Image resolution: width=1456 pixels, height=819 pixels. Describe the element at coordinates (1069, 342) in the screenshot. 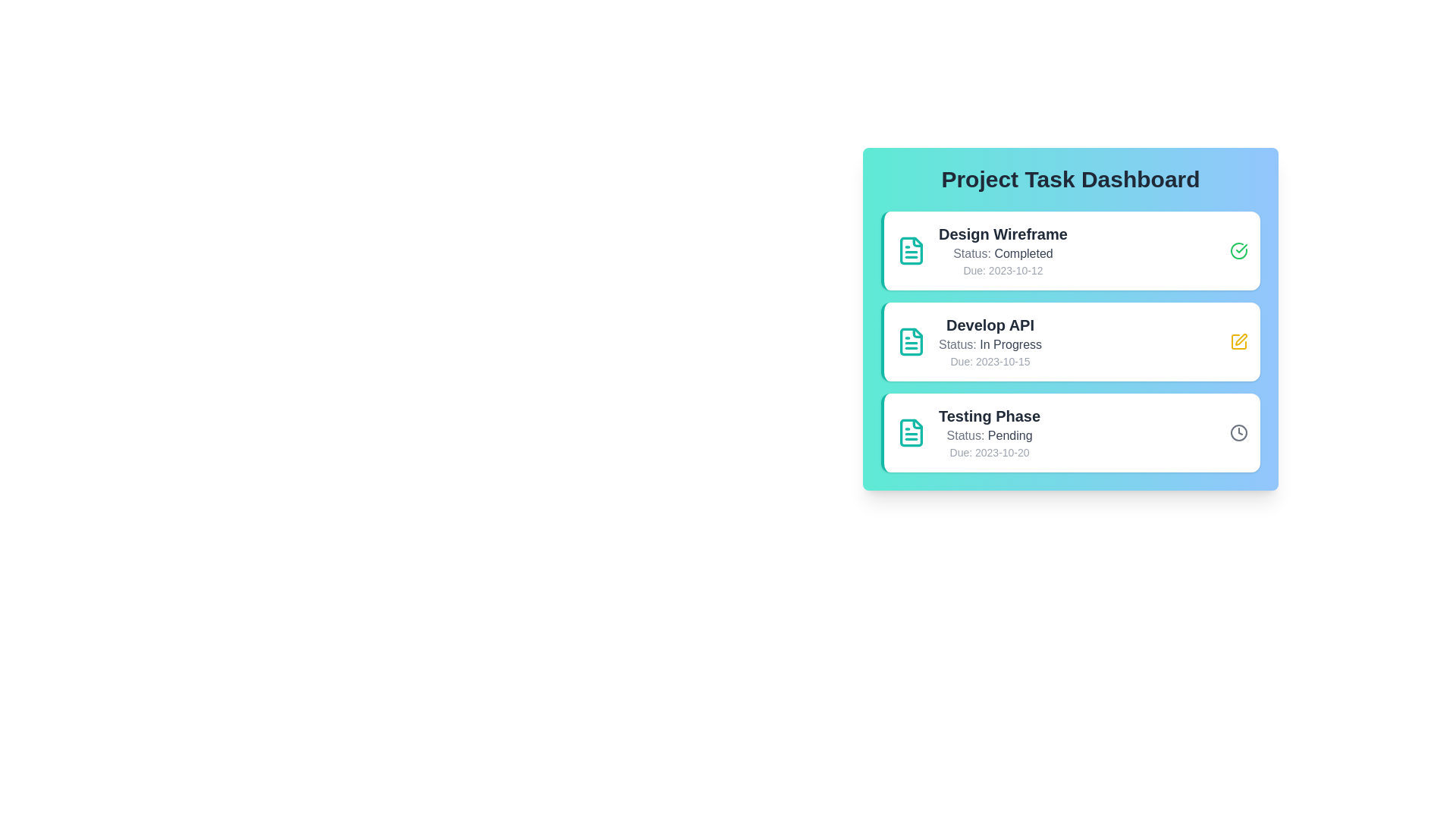

I see `the task card for Develop API to access detailed task information` at that location.